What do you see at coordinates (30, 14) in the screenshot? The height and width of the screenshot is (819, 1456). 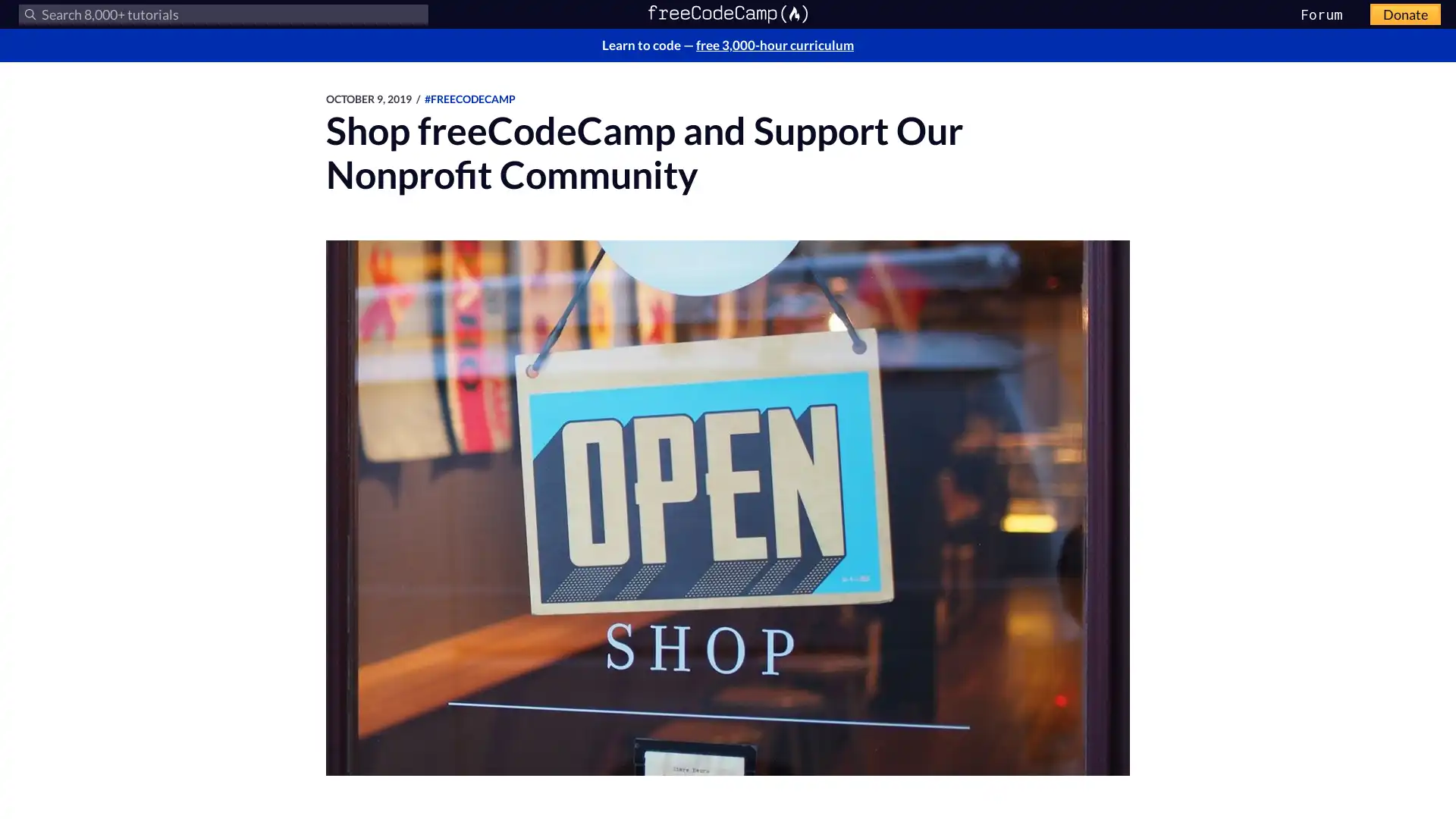 I see `Submit your search query` at bounding box center [30, 14].